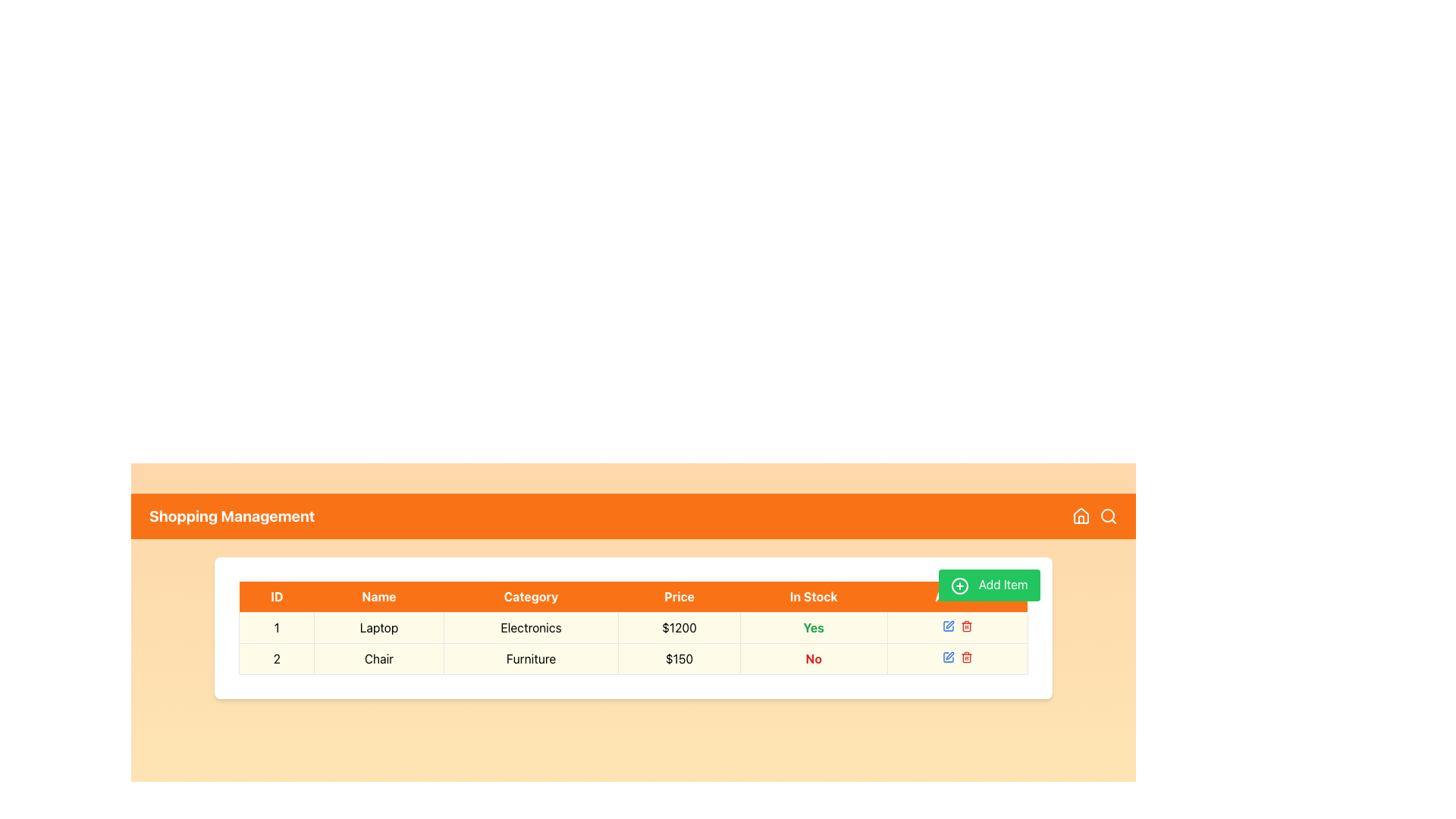 The width and height of the screenshot is (1456, 819). Describe the element at coordinates (531, 628) in the screenshot. I see `the static Text cell representing the category 'Electronics' in the data table, which is the third cell in the row, located under the 'Shopping Management' header` at that location.